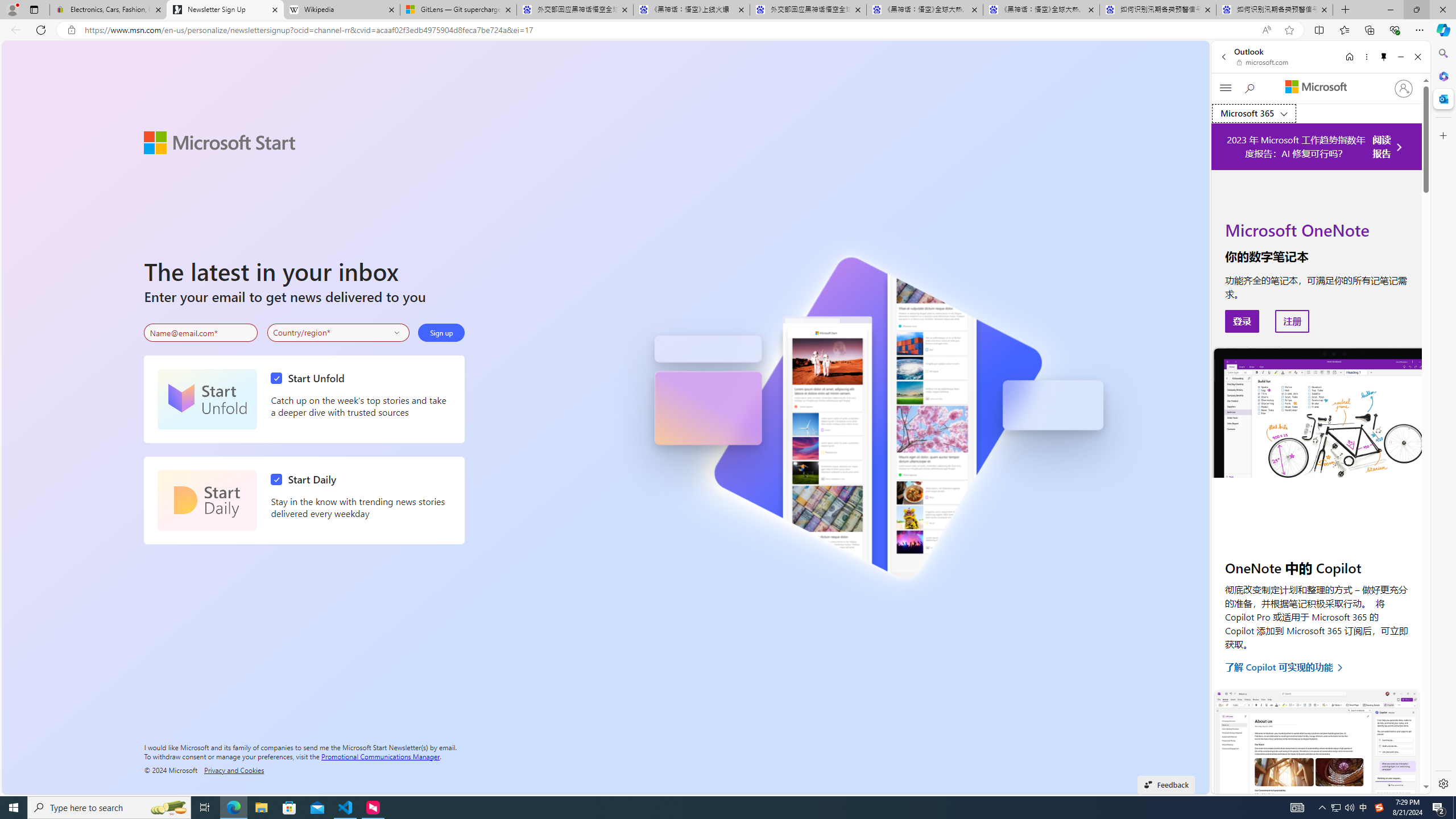 The image size is (1456, 819). What do you see at coordinates (1442, 53) in the screenshot?
I see `'Search'` at bounding box center [1442, 53].